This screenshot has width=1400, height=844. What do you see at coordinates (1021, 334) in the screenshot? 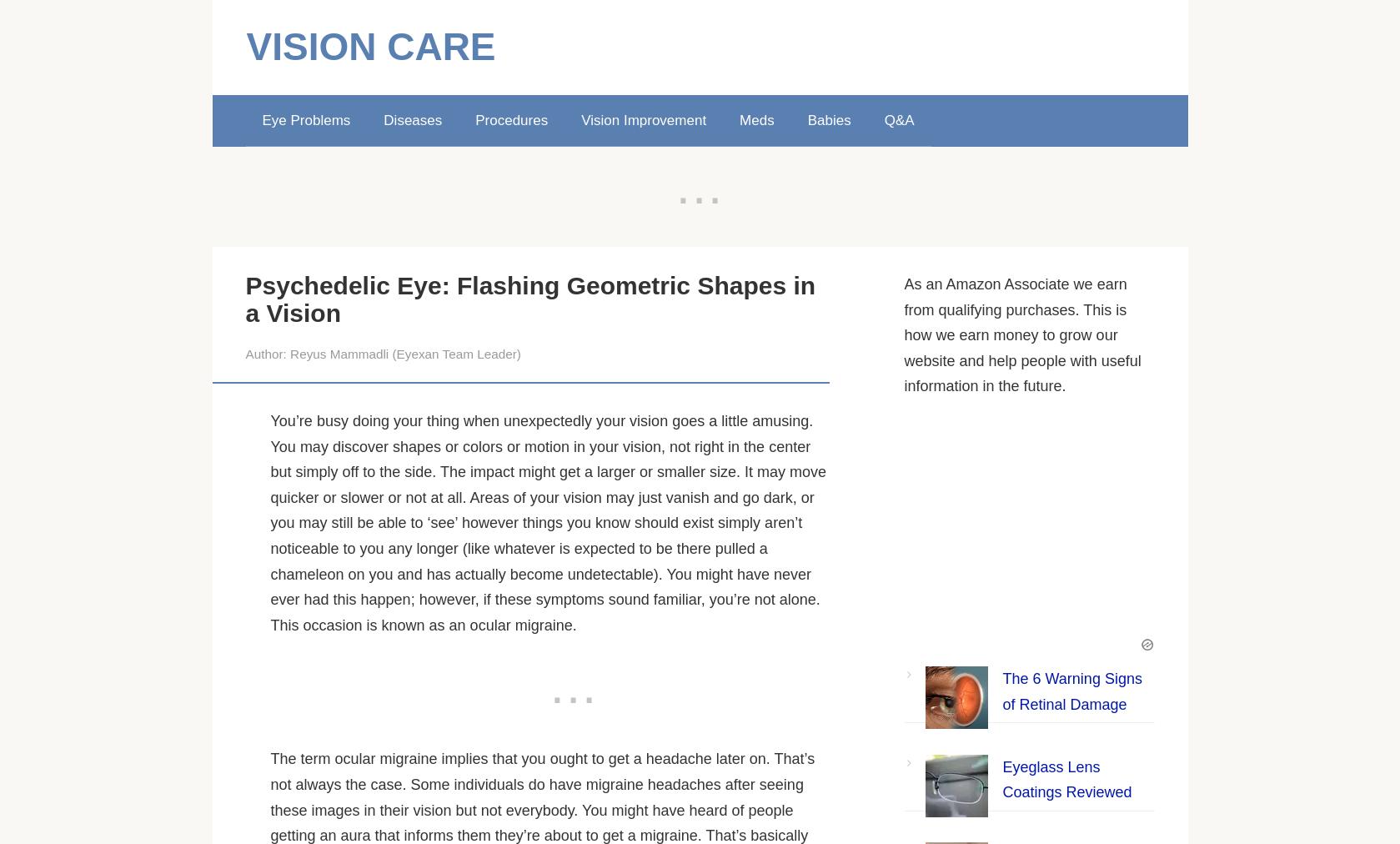
I see `'As an Amazon Associate we earn from qualifying purchases. This is how we earn money to grow our website and help people with useful information in the future.'` at bounding box center [1021, 334].